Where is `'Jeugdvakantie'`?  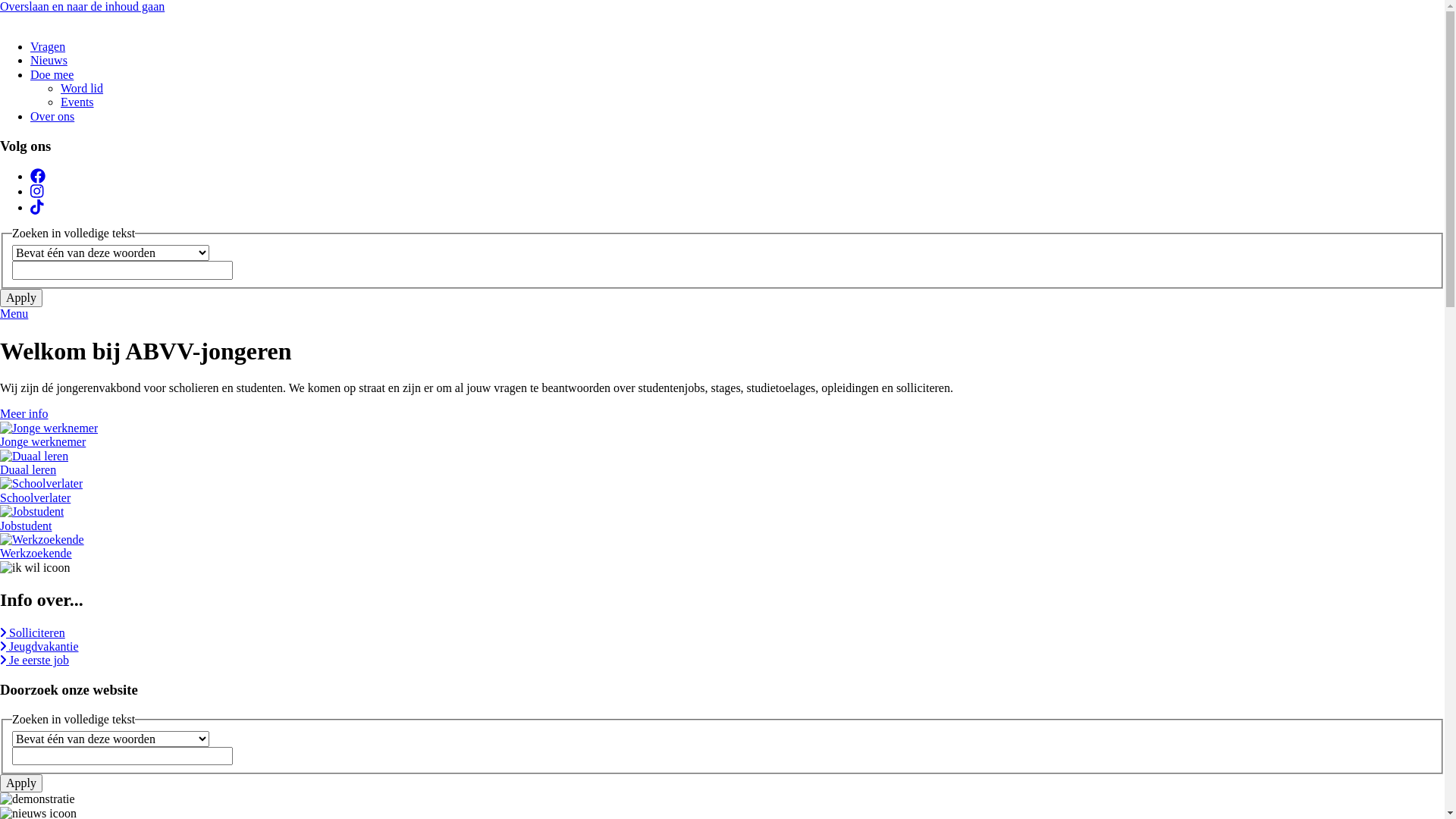 'Jeugdvakantie' is located at coordinates (39, 646).